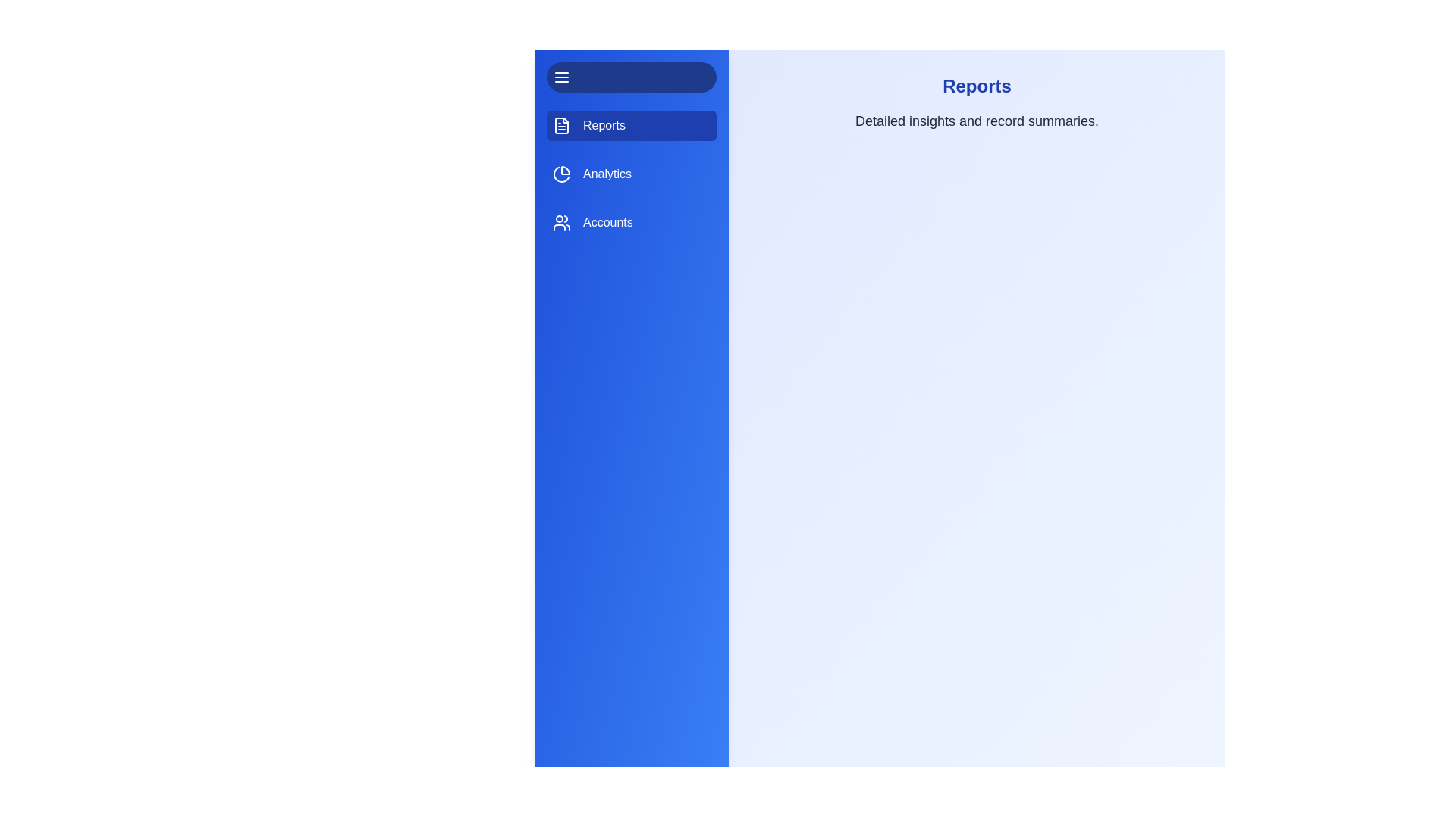 The width and height of the screenshot is (1456, 819). Describe the element at coordinates (632, 77) in the screenshot. I see `toggle button to change the drawer's state` at that location.